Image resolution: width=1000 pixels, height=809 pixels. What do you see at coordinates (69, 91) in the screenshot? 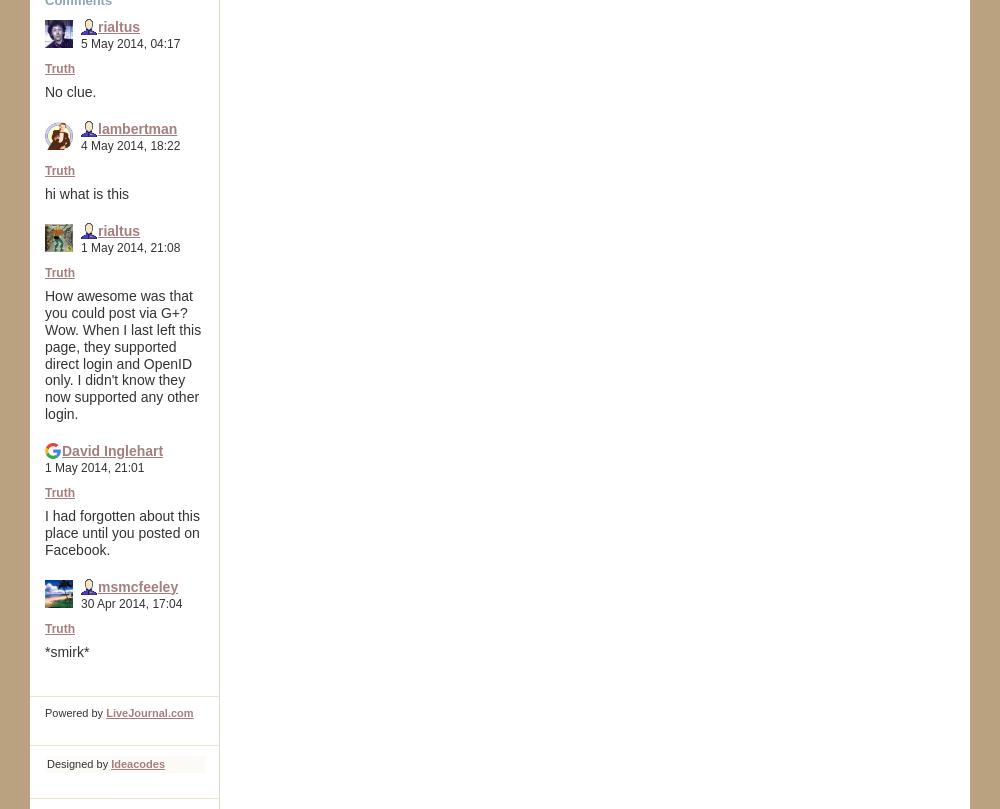
I see `'No clue.'` at bounding box center [69, 91].